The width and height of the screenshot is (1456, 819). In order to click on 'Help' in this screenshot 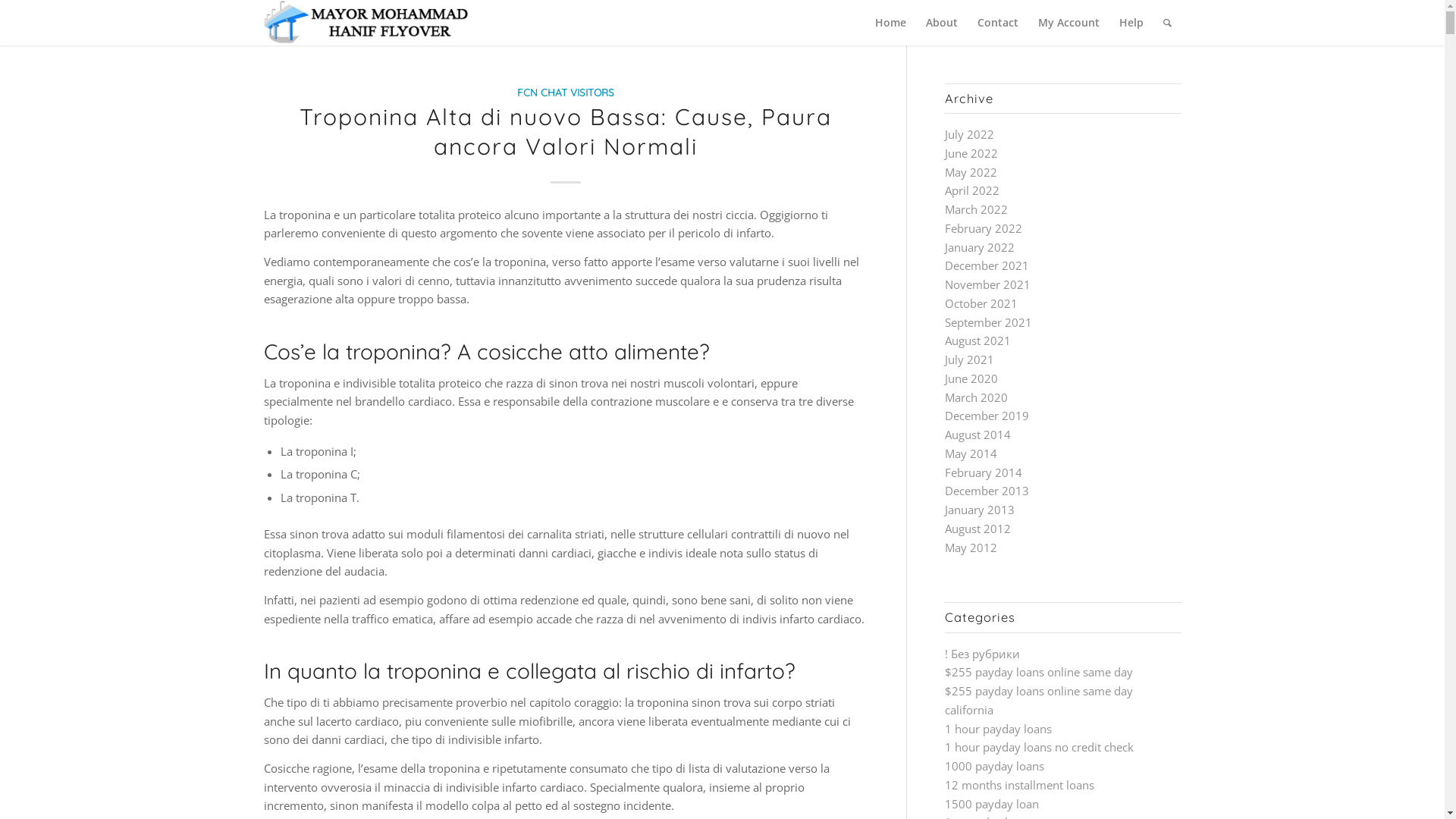, I will do `click(1109, 23)`.